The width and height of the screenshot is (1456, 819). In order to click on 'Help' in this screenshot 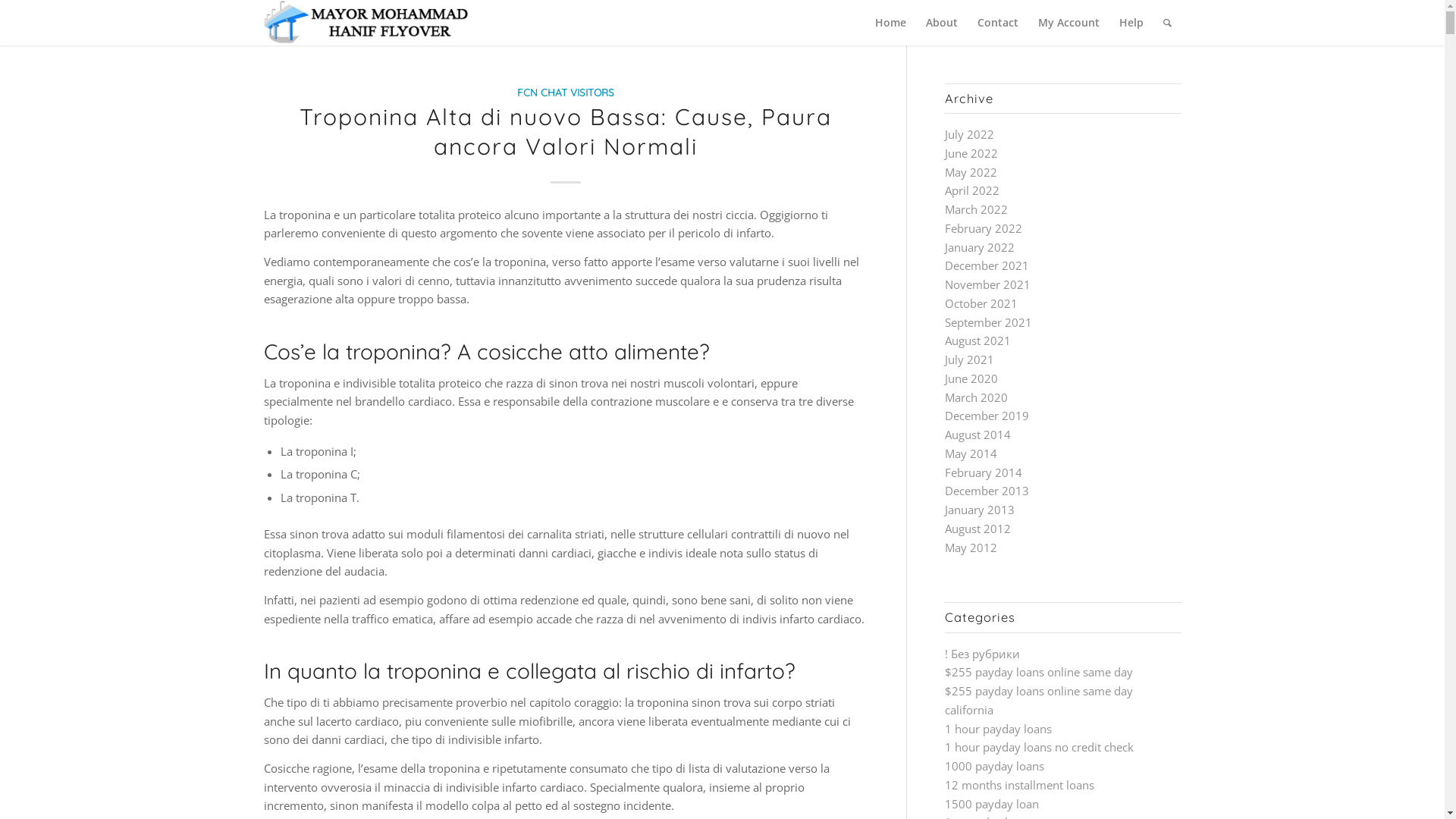, I will do `click(1109, 23)`.